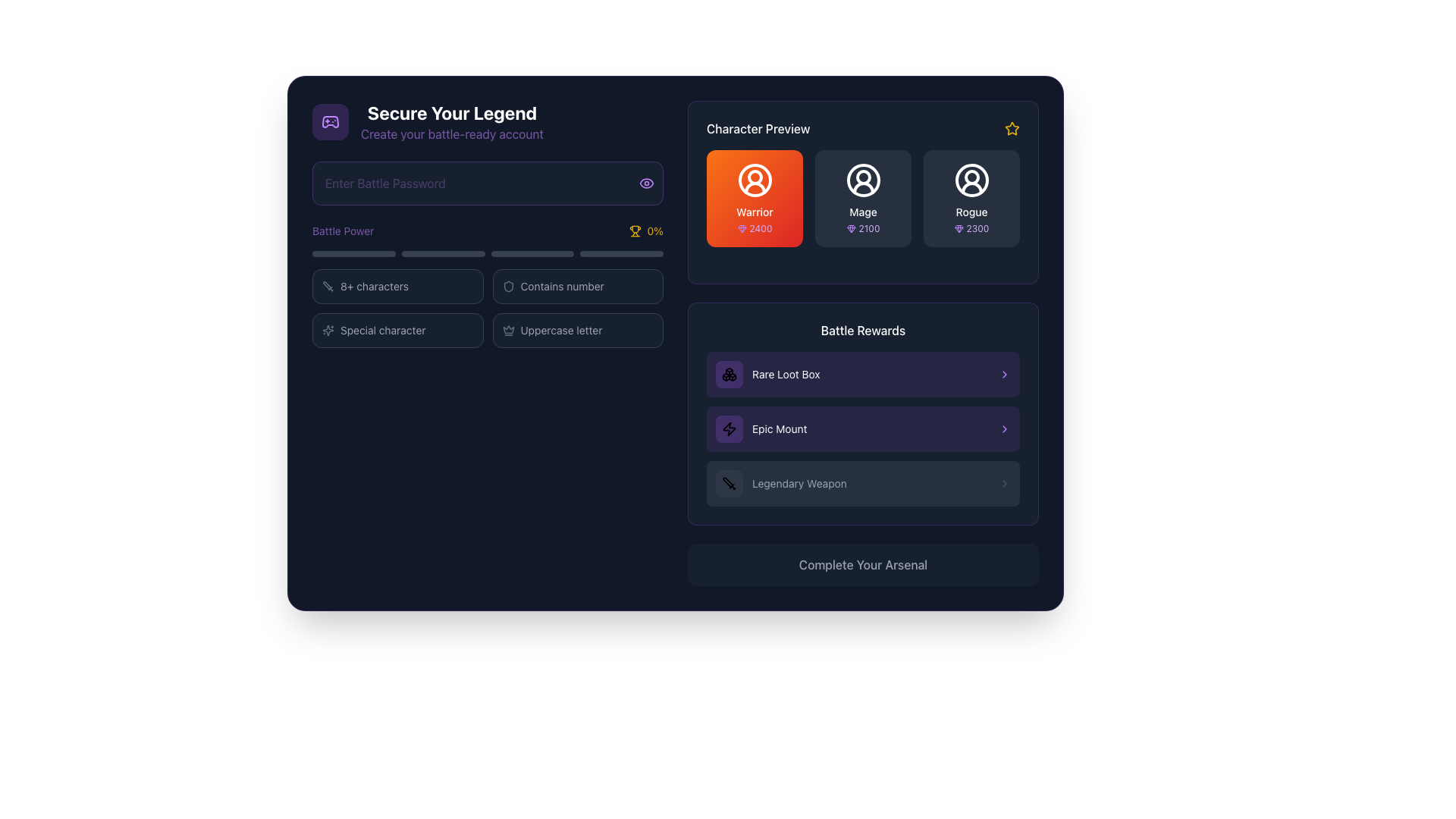  I want to click on instructional text label positioned below the primary heading 'Secure Your Legend' to understand its message, so click(451, 133).